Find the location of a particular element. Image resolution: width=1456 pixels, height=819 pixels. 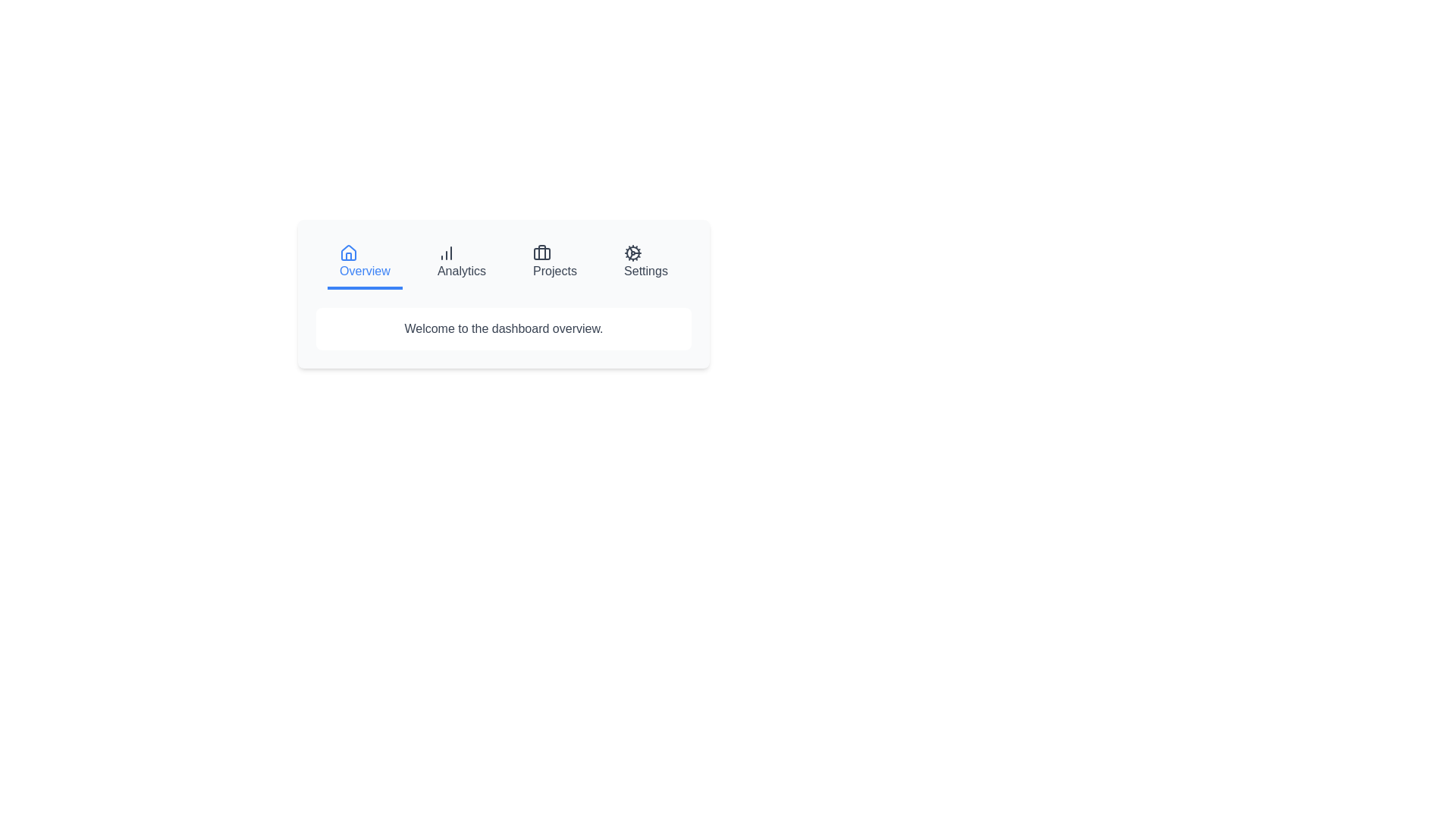

the tab labeled Settings is located at coordinates (645, 262).